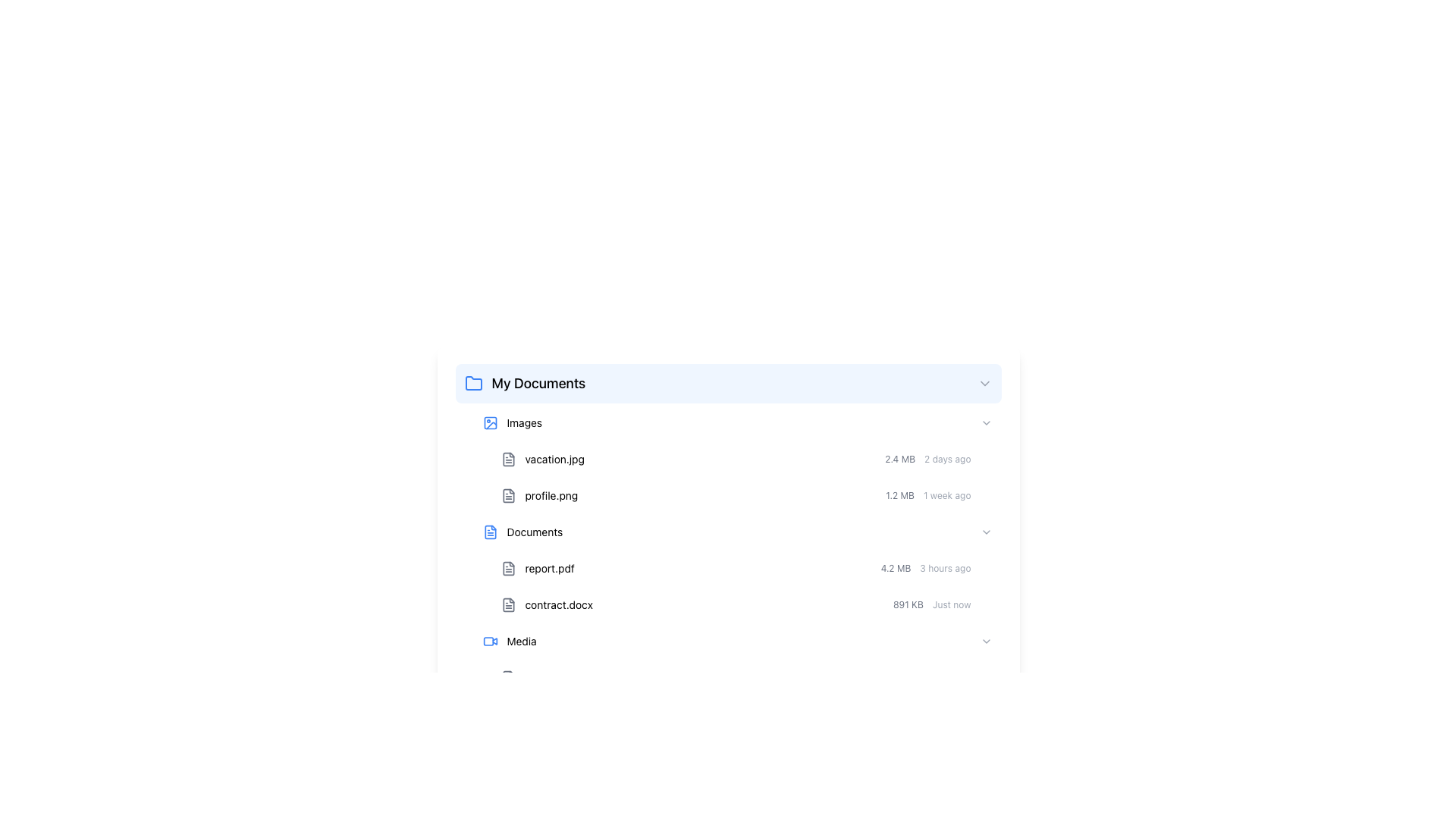 The height and width of the screenshot is (819, 1456). Describe the element at coordinates (896, 568) in the screenshot. I see `the text label displaying '4.2 MB', which is styled with a small gray font and positioned before the '3 hours ago' text and a download icon` at that location.